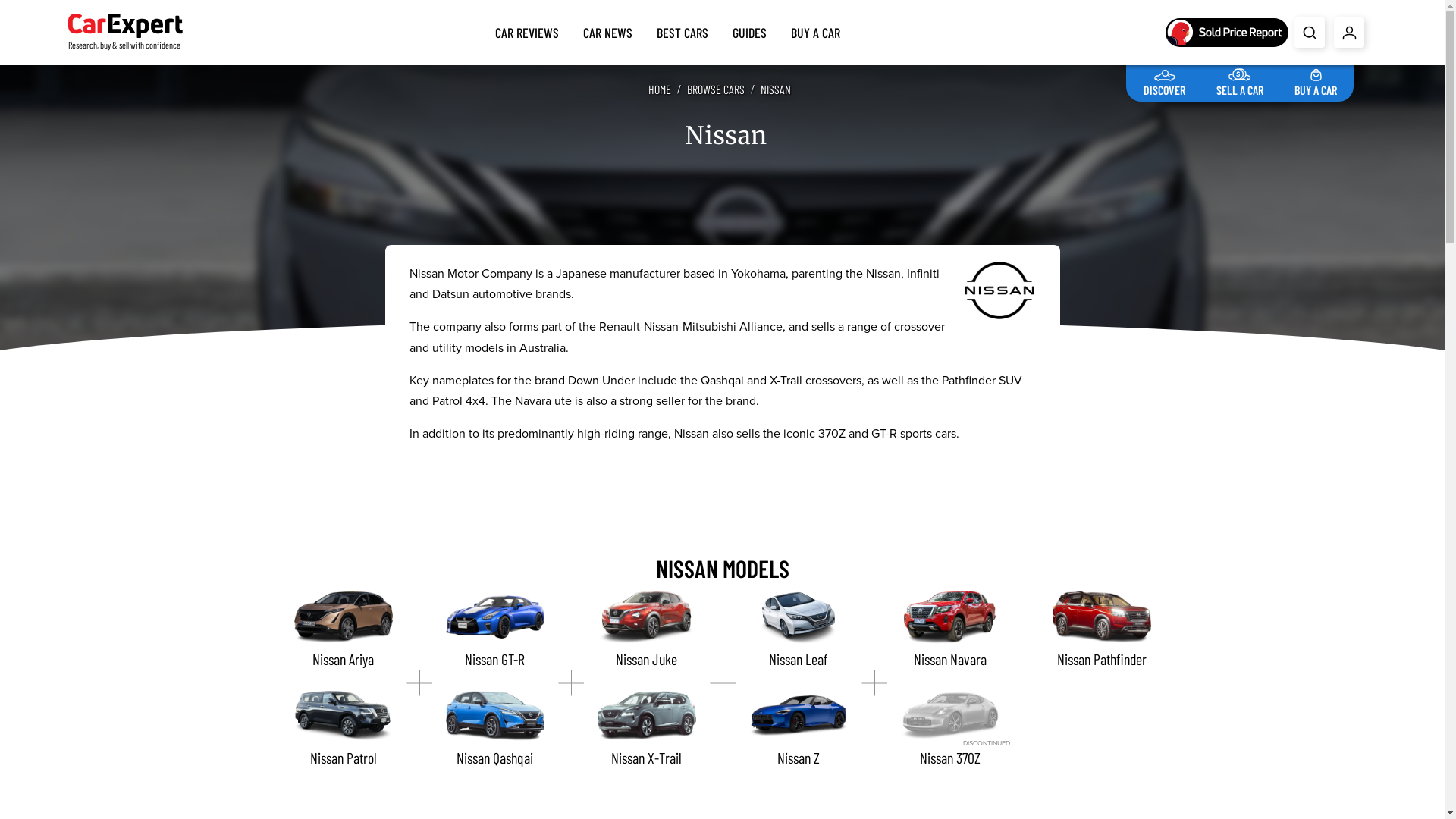 The width and height of the screenshot is (1456, 819). What do you see at coordinates (814, 29) in the screenshot?
I see `'BUY A CAR'` at bounding box center [814, 29].